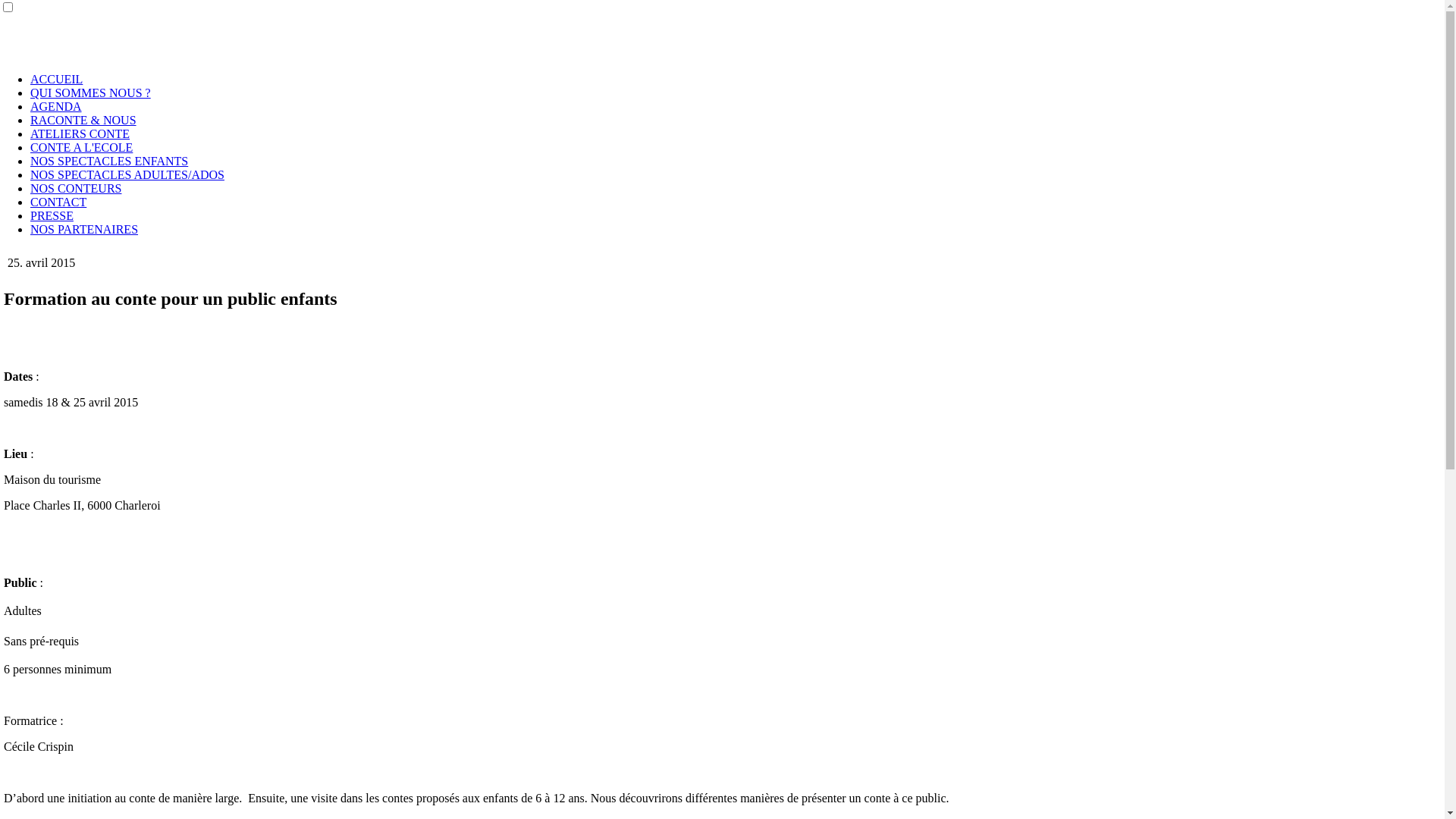 The height and width of the screenshot is (819, 1456). What do you see at coordinates (79, 133) in the screenshot?
I see `'ATELIERS CONTE'` at bounding box center [79, 133].